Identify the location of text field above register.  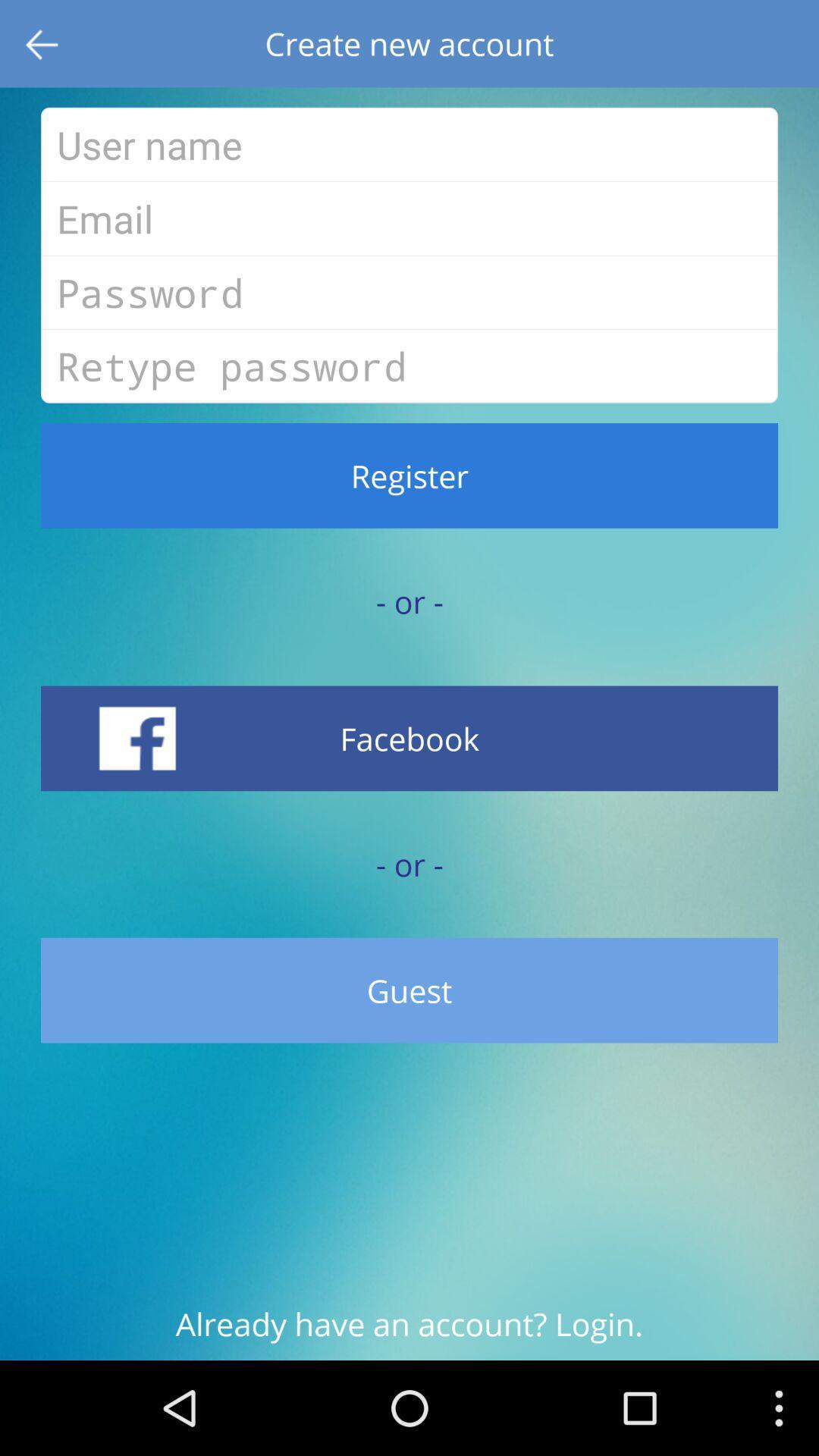
(409, 366).